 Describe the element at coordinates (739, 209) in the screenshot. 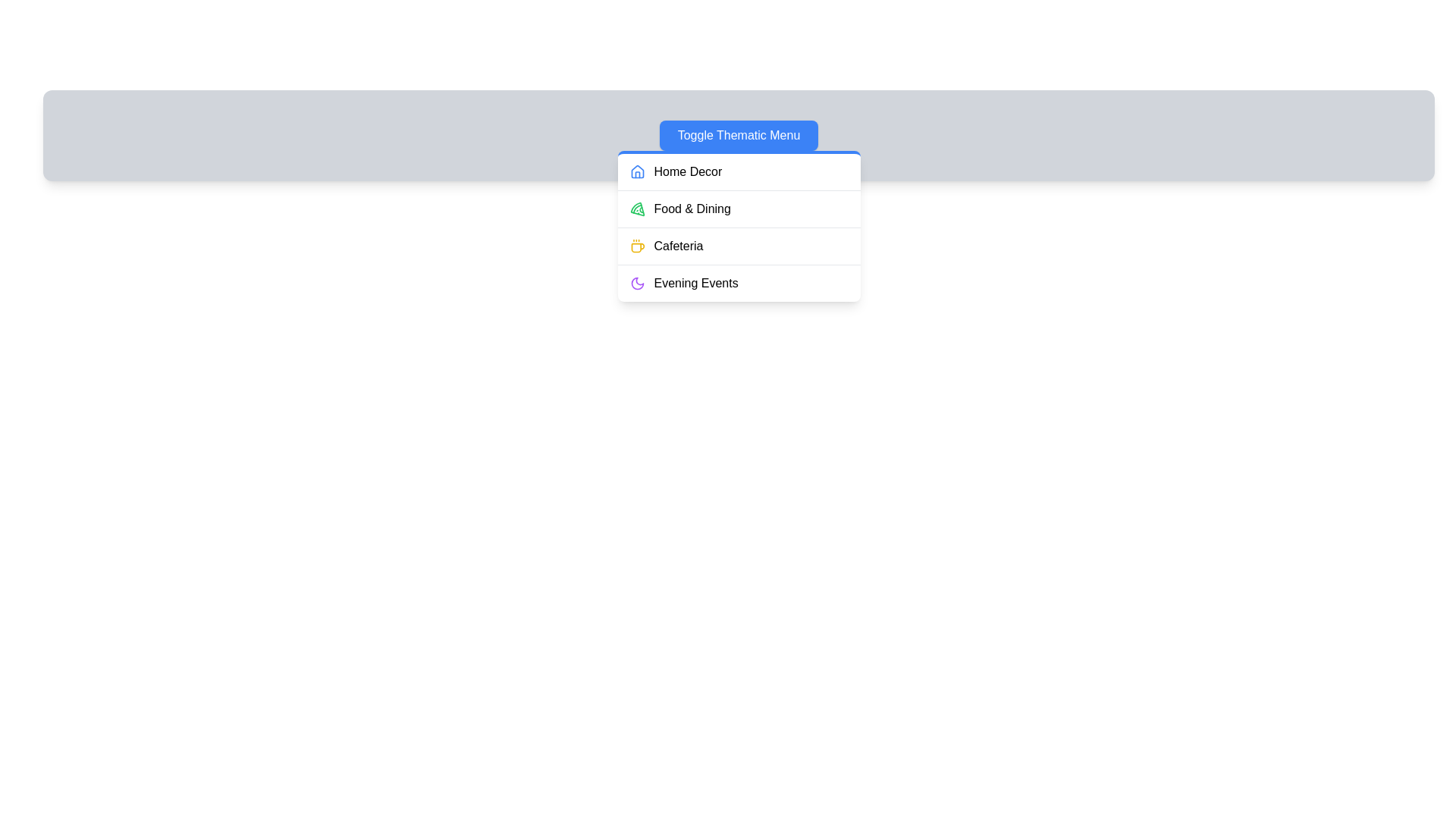

I see `the menu item Food & Dining by clicking on it` at that location.